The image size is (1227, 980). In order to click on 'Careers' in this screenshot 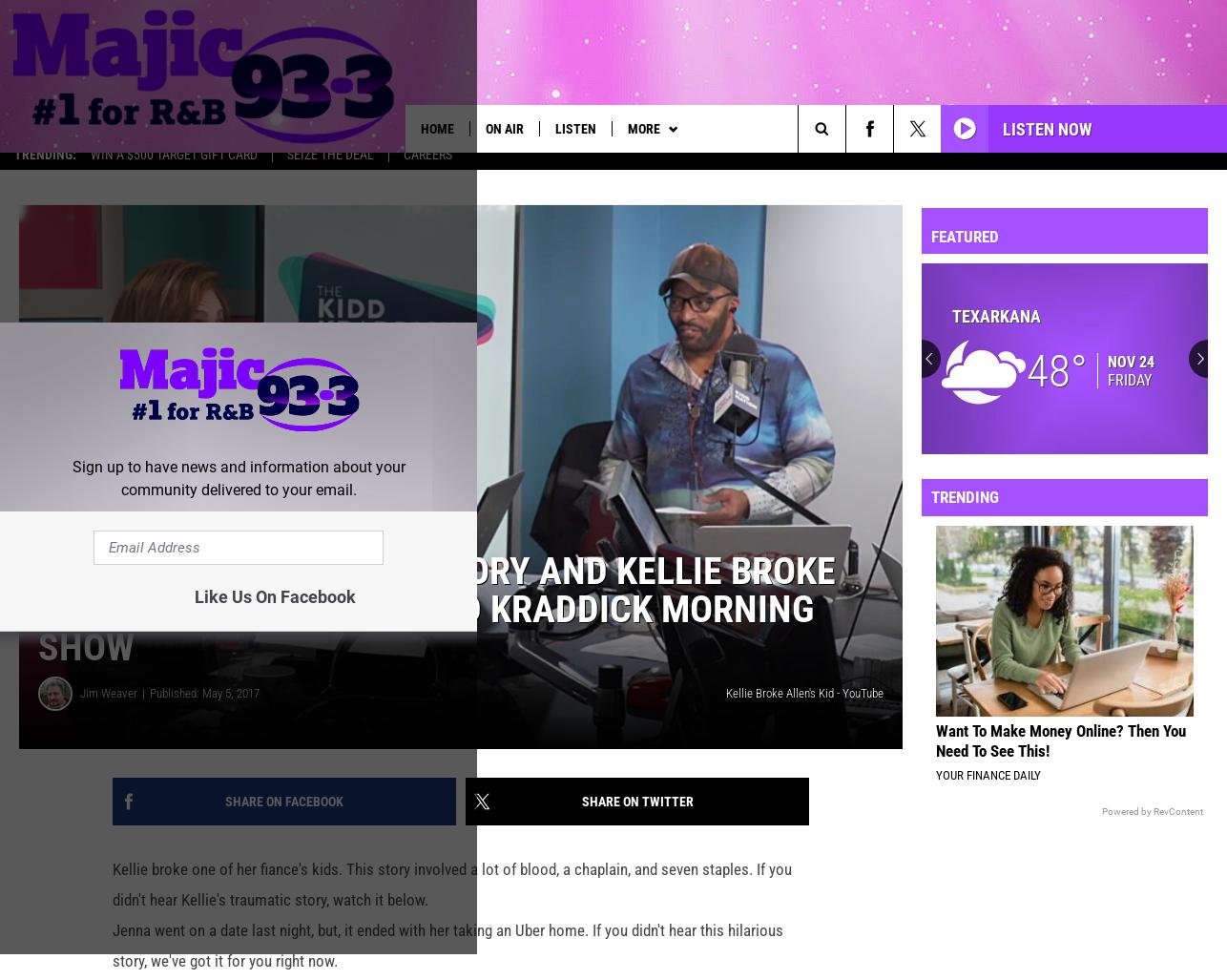, I will do `click(426, 167)`.